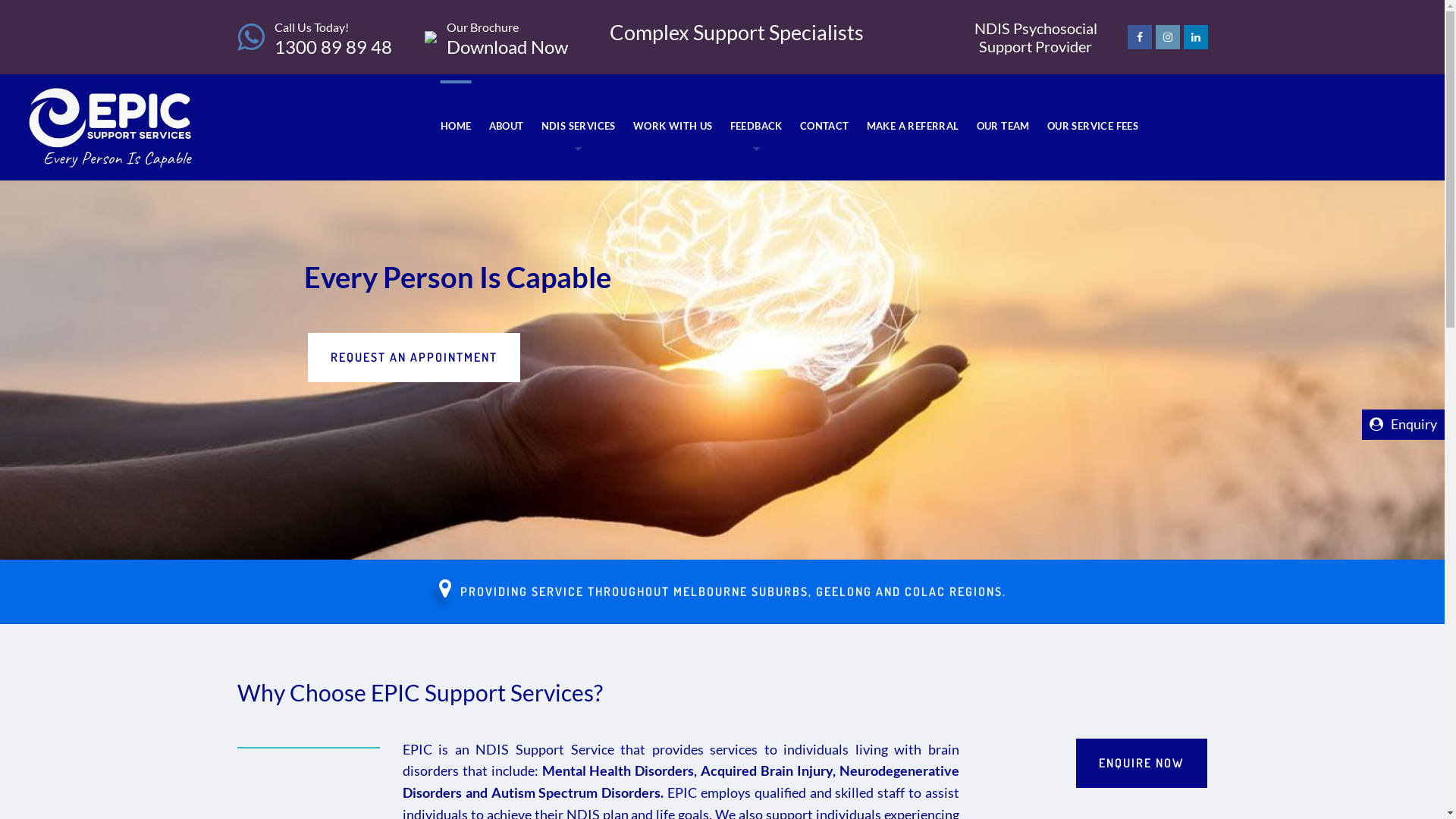 The image size is (1456, 819). What do you see at coordinates (973, 36) in the screenshot?
I see `'NDIS Psychosocial` at bounding box center [973, 36].